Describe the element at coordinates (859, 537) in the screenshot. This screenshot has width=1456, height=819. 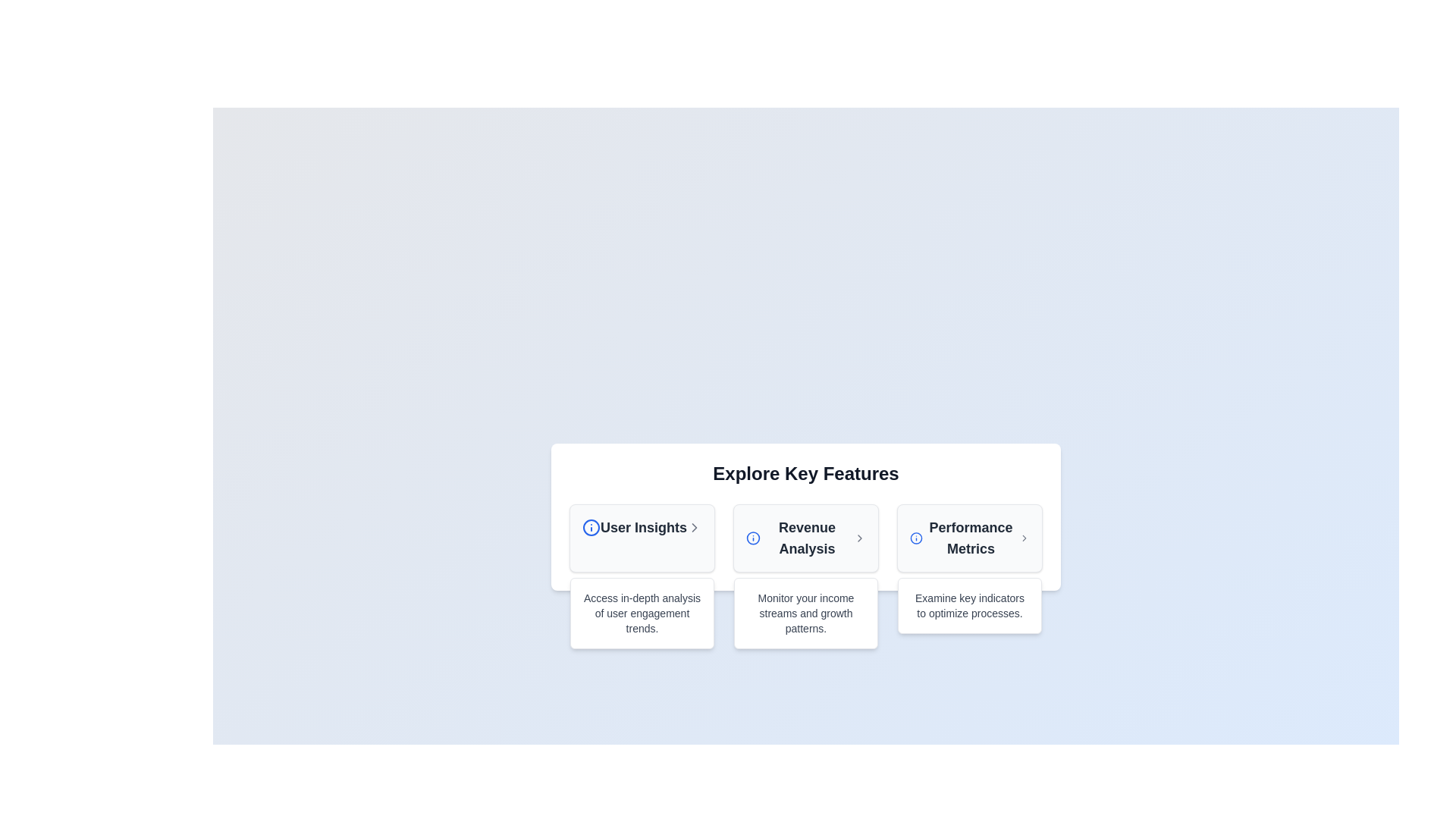
I see `the navigation icon located to the right of the 'Revenue Analysis' text within the feature card` at that location.